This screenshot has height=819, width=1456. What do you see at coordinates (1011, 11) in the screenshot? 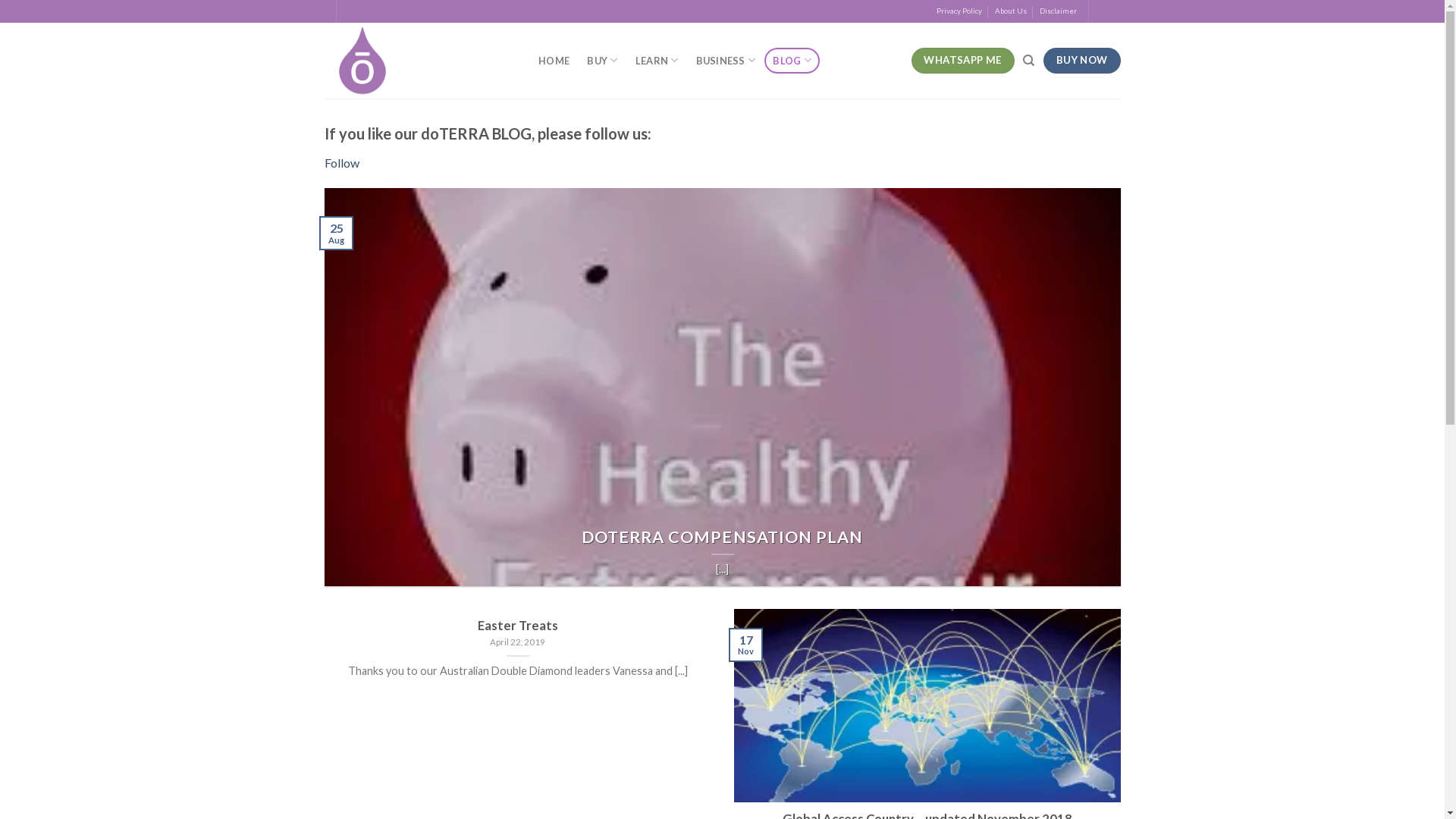
I see `'About Us'` at bounding box center [1011, 11].